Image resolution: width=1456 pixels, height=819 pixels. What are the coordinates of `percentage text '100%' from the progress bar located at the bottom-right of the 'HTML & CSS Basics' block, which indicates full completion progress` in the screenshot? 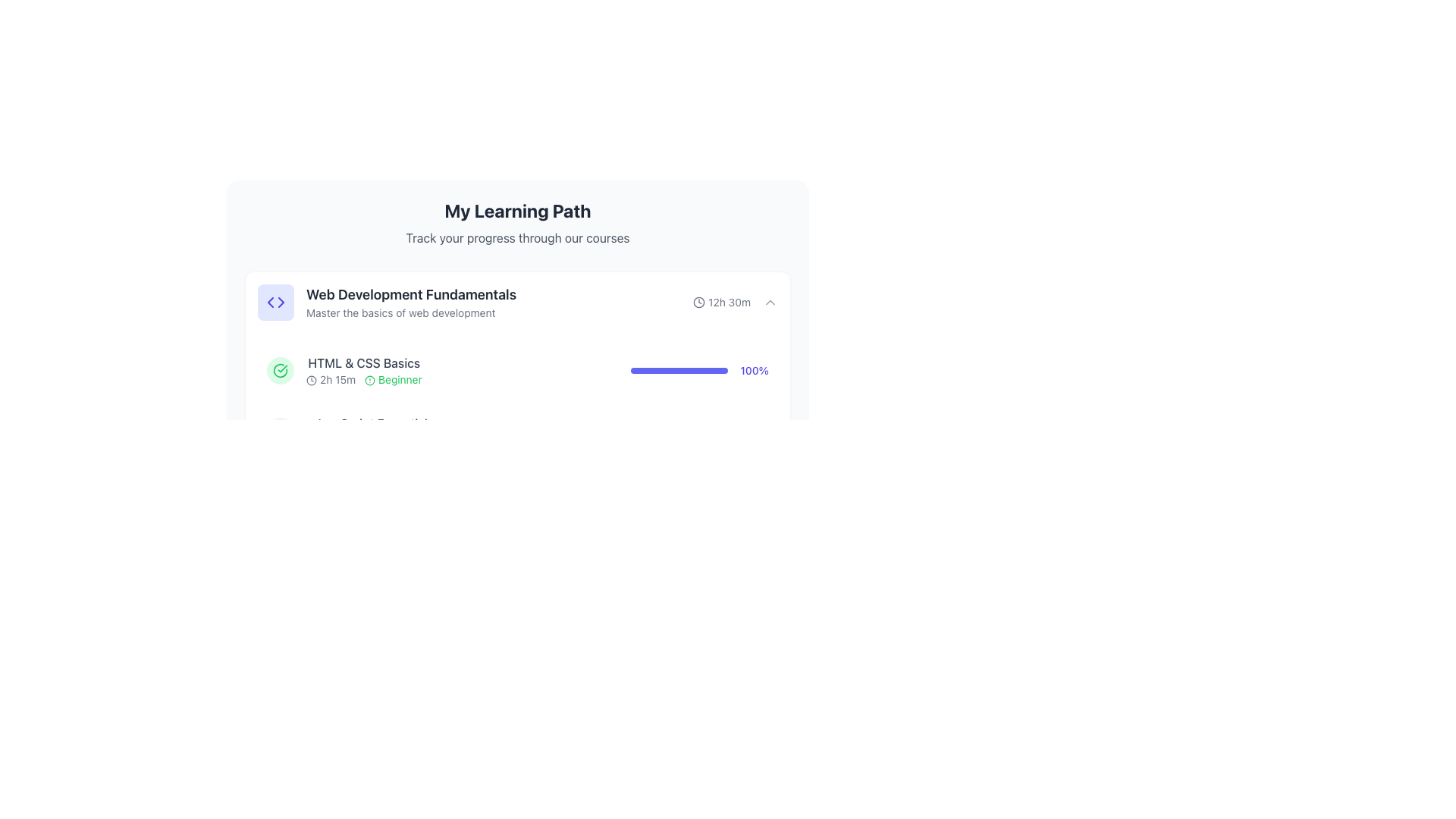 It's located at (699, 371).